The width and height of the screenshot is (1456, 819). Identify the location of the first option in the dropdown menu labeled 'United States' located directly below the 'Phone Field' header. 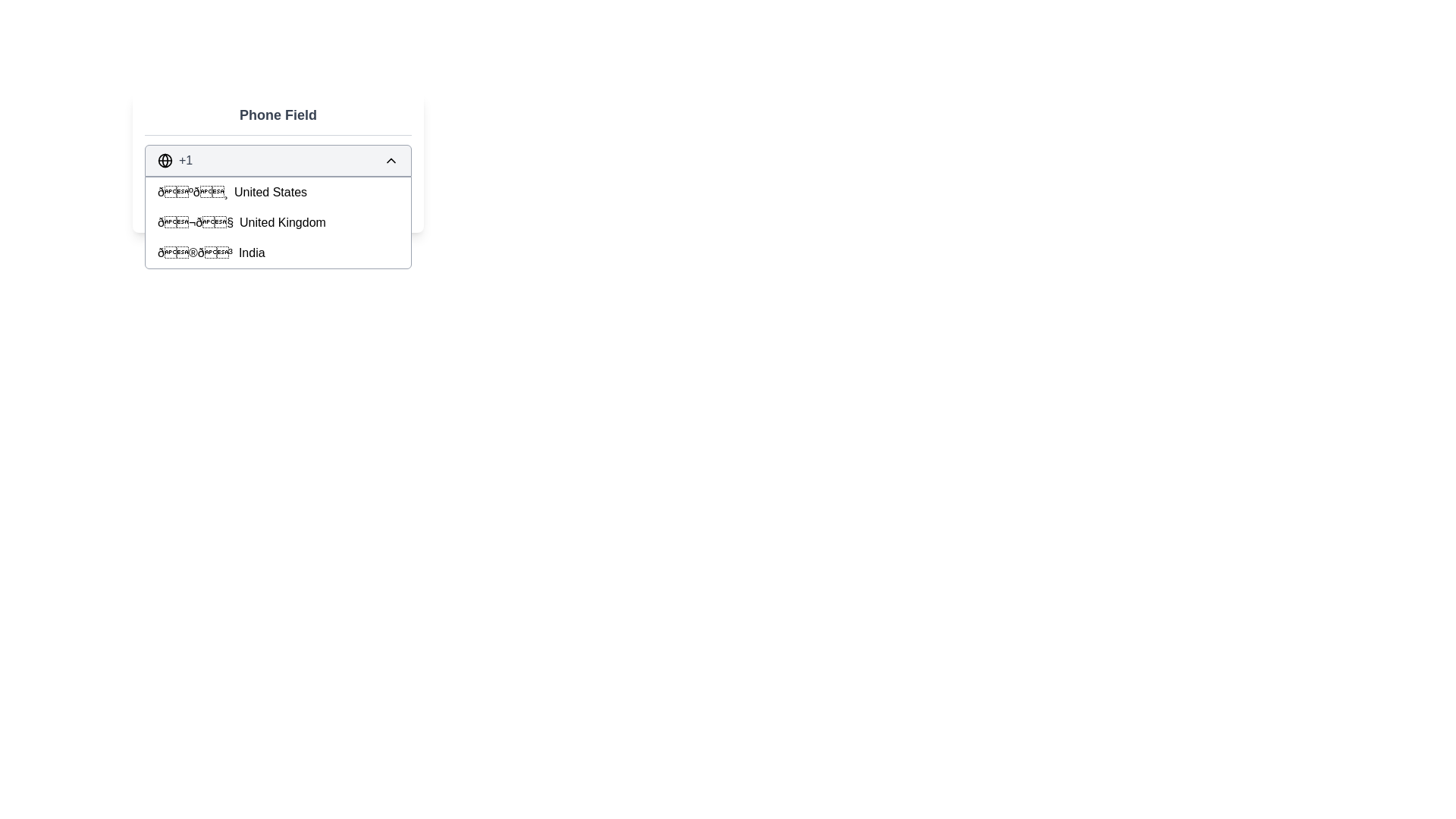
(278, 192).